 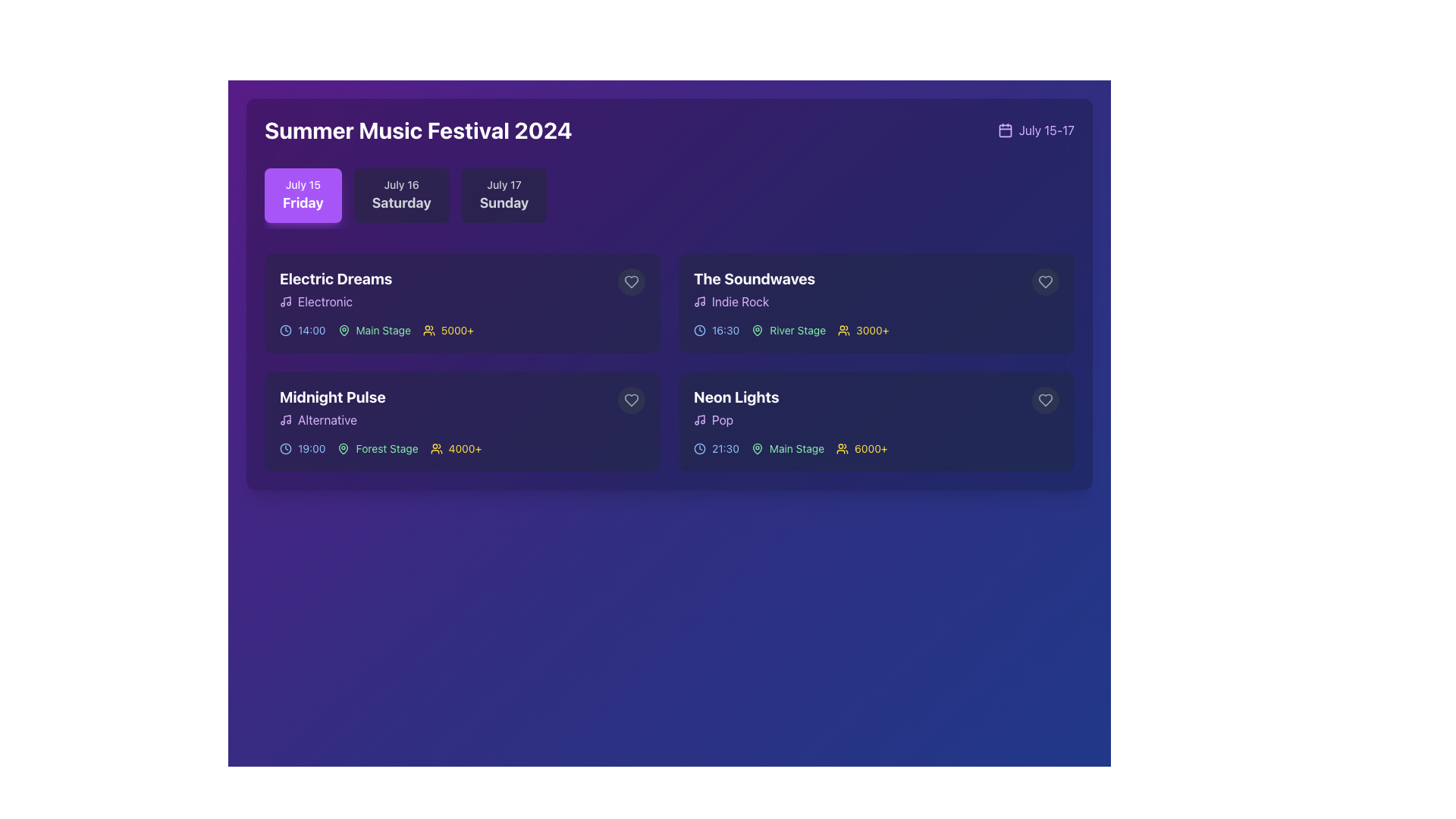 I want to click on the static text label displaying '21:30' in light blue color, located within the 'Neon Lights' event details in the bottom right quadrant of the interface, so click(x=724, y=447).